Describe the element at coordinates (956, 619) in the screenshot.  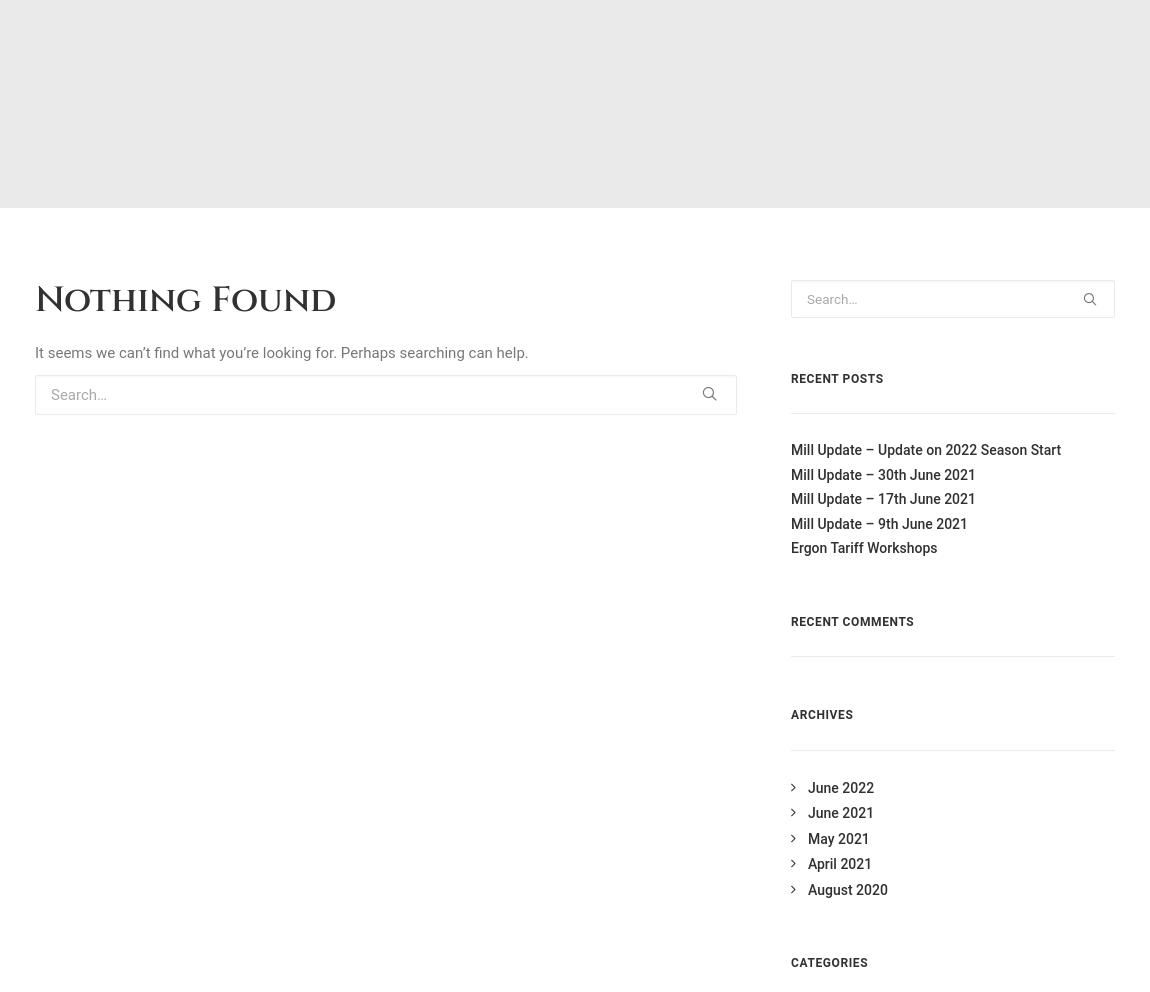
I see `'CONTACT US'` at that location.